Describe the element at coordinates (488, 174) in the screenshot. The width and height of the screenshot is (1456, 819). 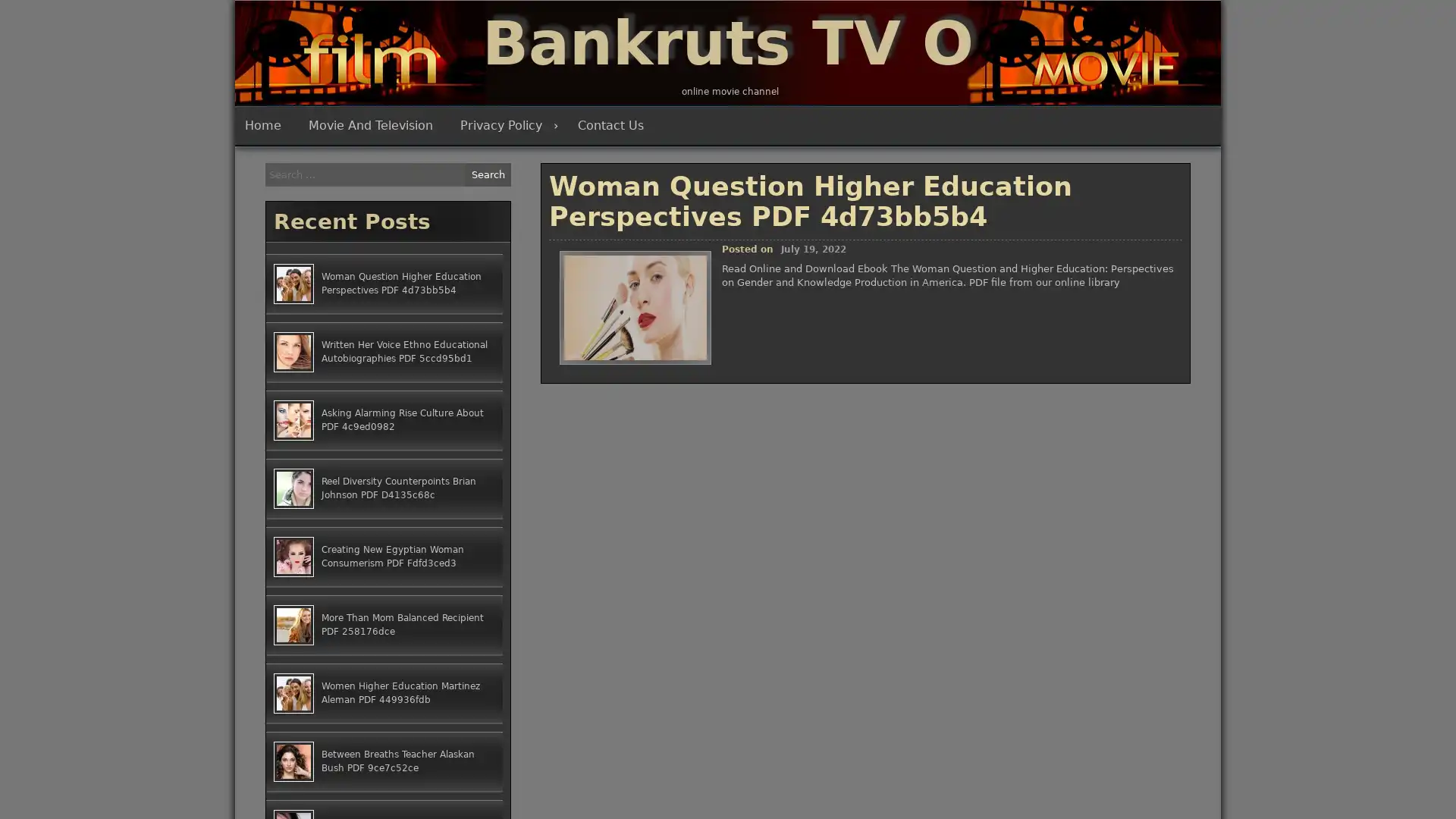
I see `Search` at that location.